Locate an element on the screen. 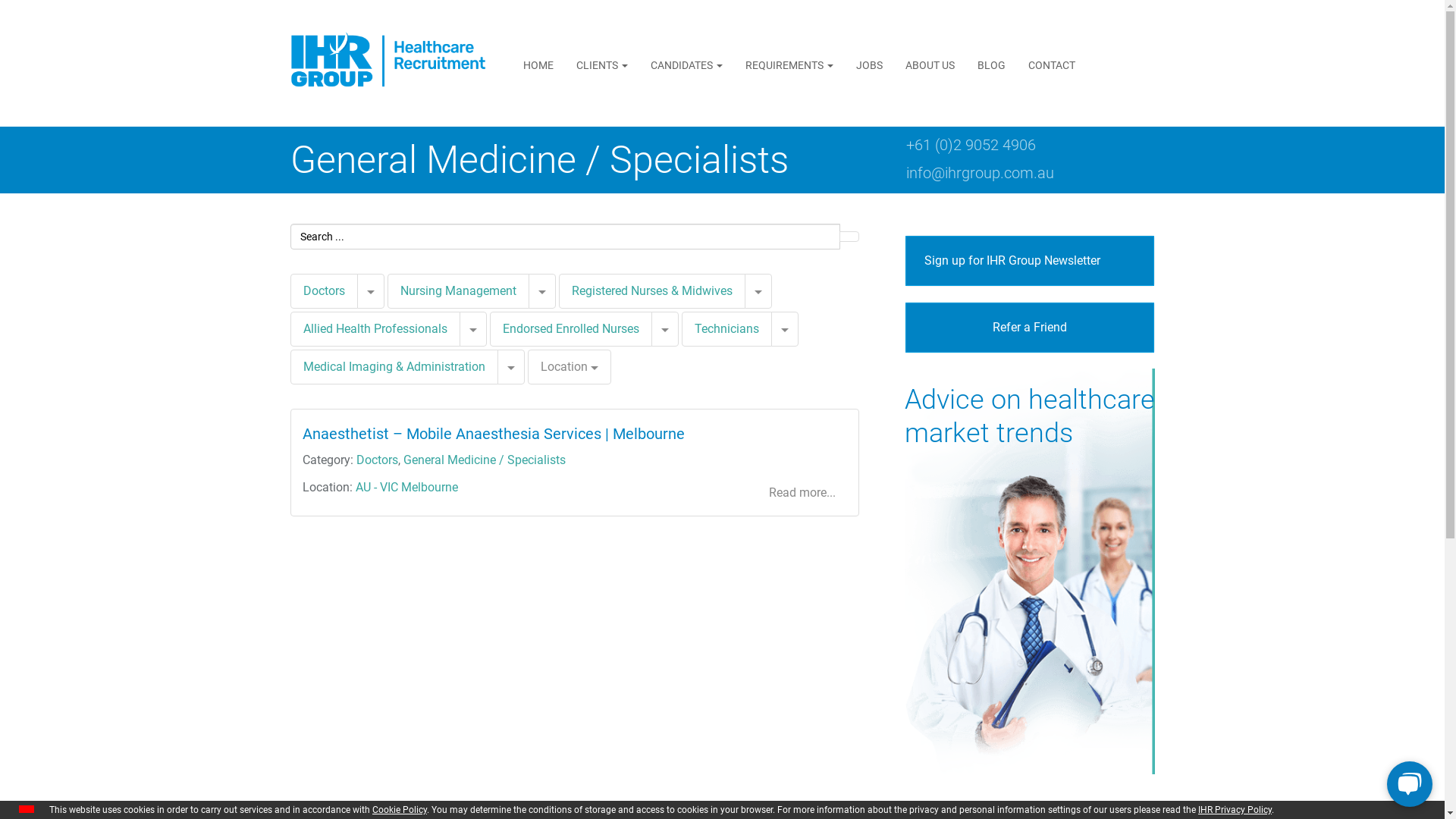 This screenshot has height=819, width=1456. 'Toggle Dropdown' is located at coordinates (458, 328).